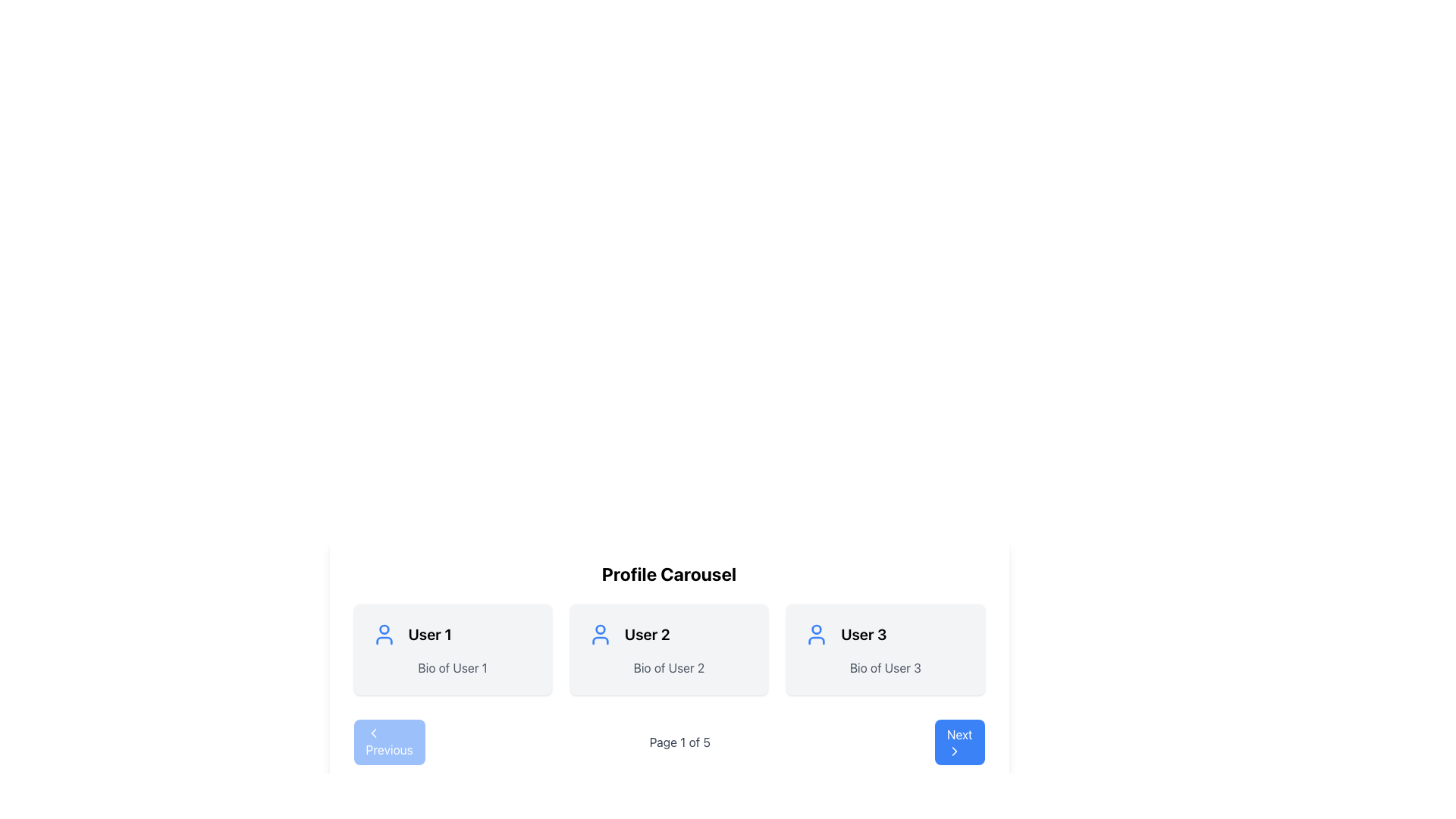 This screenshot has height=819, width=1456. I want to click on the rightmost navigation button at the bottom of the interface, so click(959, 742).